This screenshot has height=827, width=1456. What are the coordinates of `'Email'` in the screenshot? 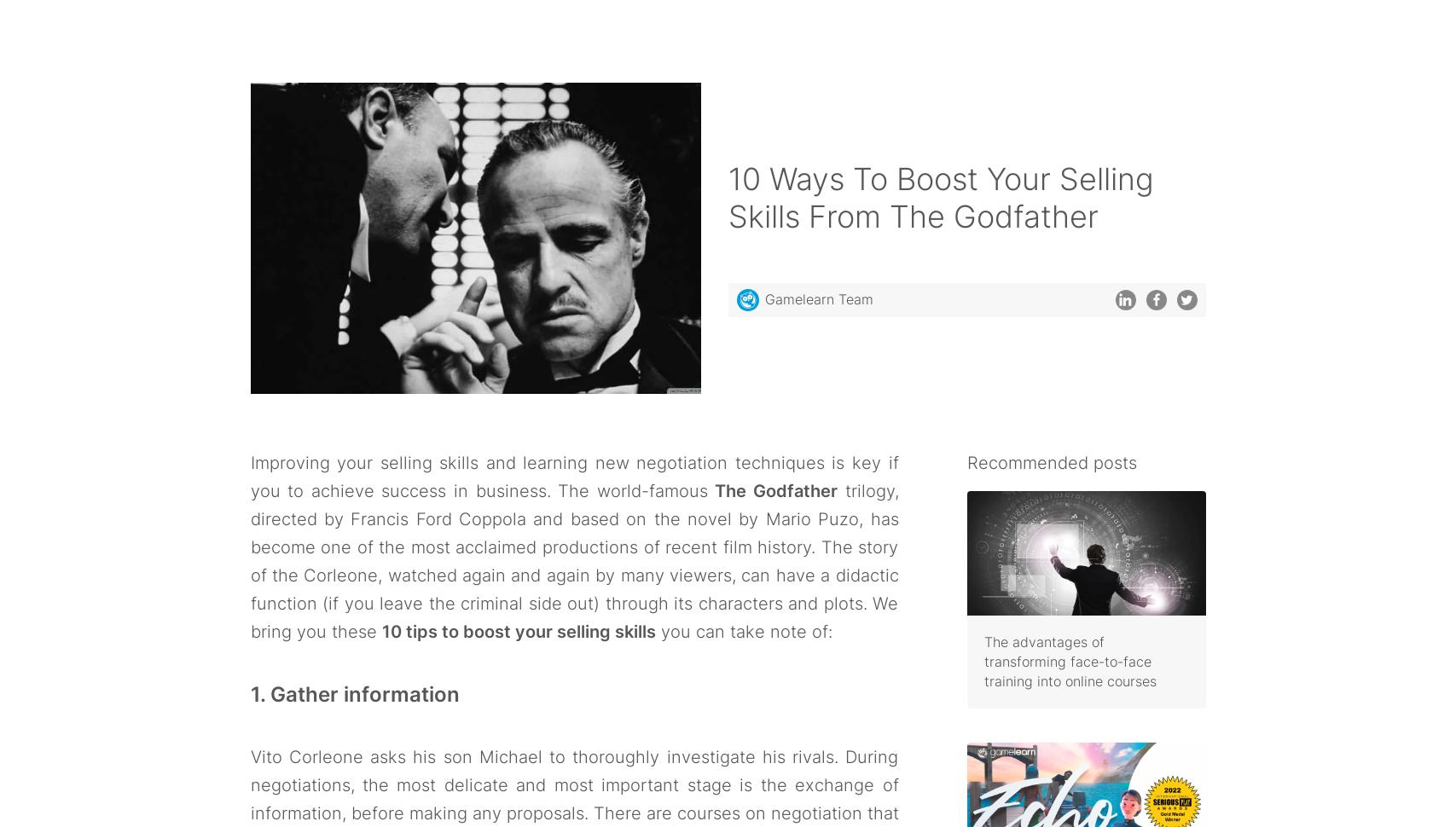 It's located at (606, 766).